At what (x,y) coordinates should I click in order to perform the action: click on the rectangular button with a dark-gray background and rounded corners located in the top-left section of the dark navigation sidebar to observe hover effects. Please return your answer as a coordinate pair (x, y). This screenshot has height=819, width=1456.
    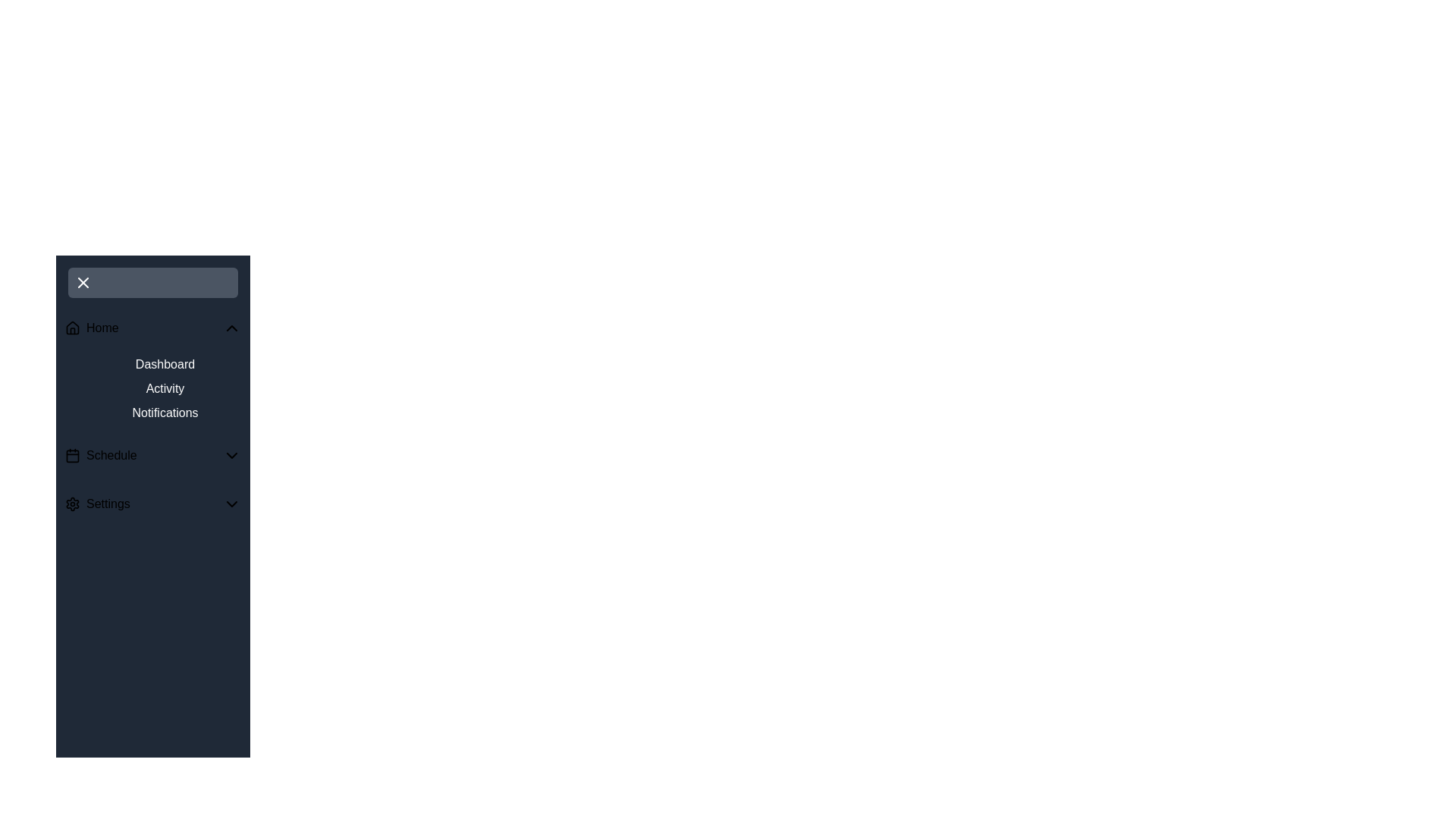
    Looking at the image, I should click on (152, 283).